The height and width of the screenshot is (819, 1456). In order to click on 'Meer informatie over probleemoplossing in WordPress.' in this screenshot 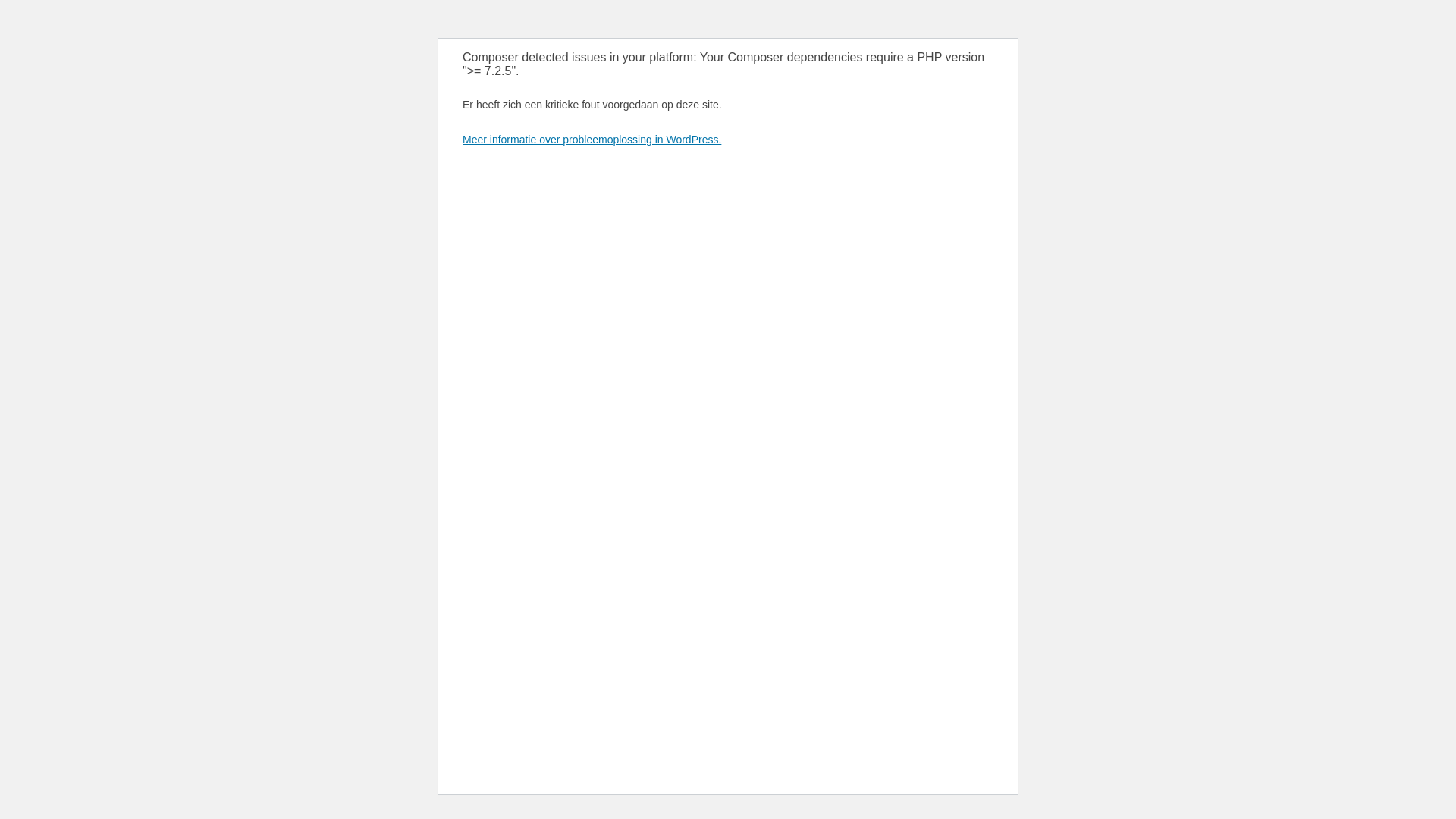, I will do `click(591, 140)`.